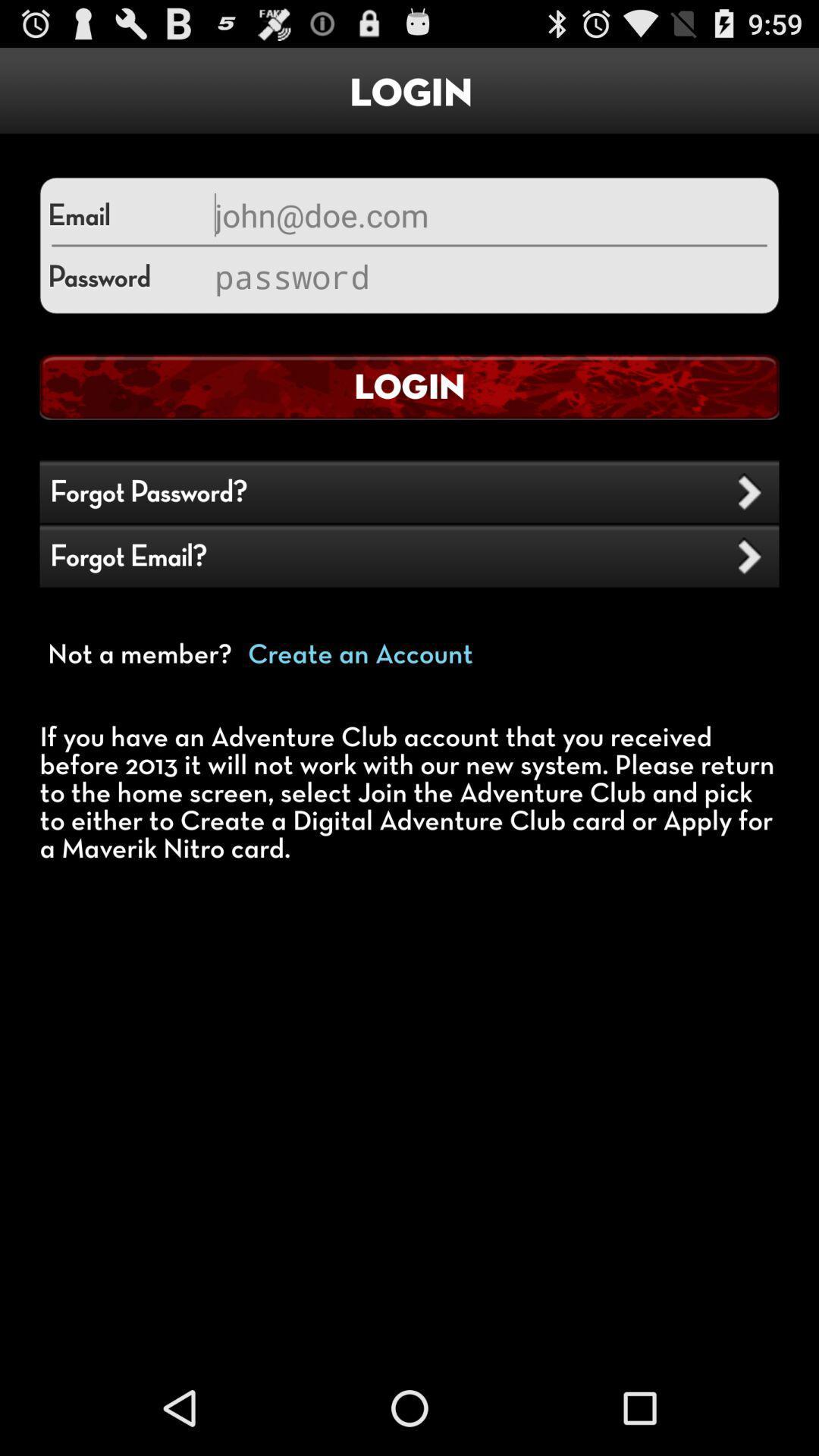 This screenshot has width=819, height=1456. Describe the element at coordinates (488, 276) in the screenshot. I see `password` at that location.